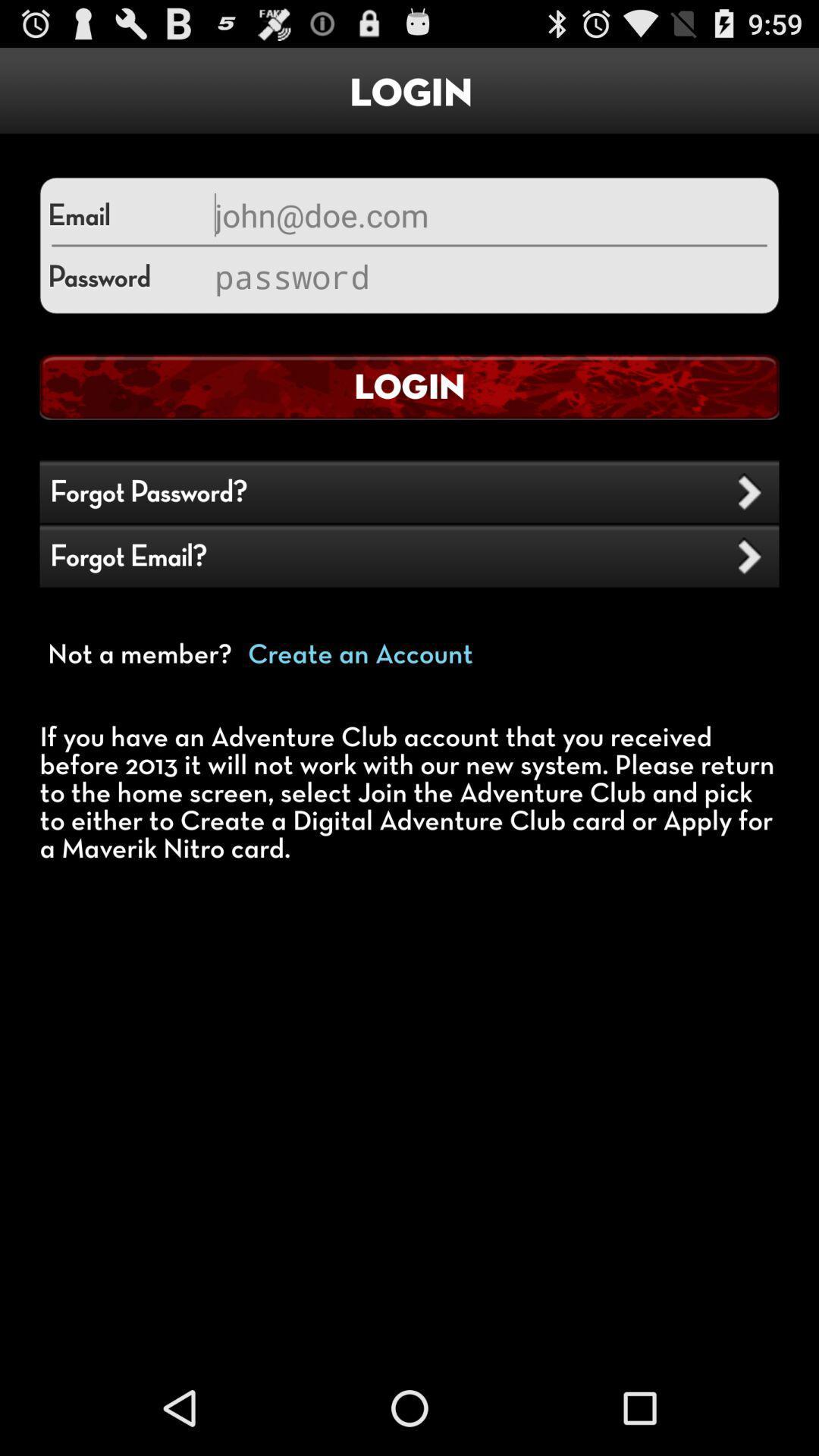 This screenshot has width=819, height=1456. Describe the element at coordinates (488, 276) in the screenshot. I see `password` at that location.